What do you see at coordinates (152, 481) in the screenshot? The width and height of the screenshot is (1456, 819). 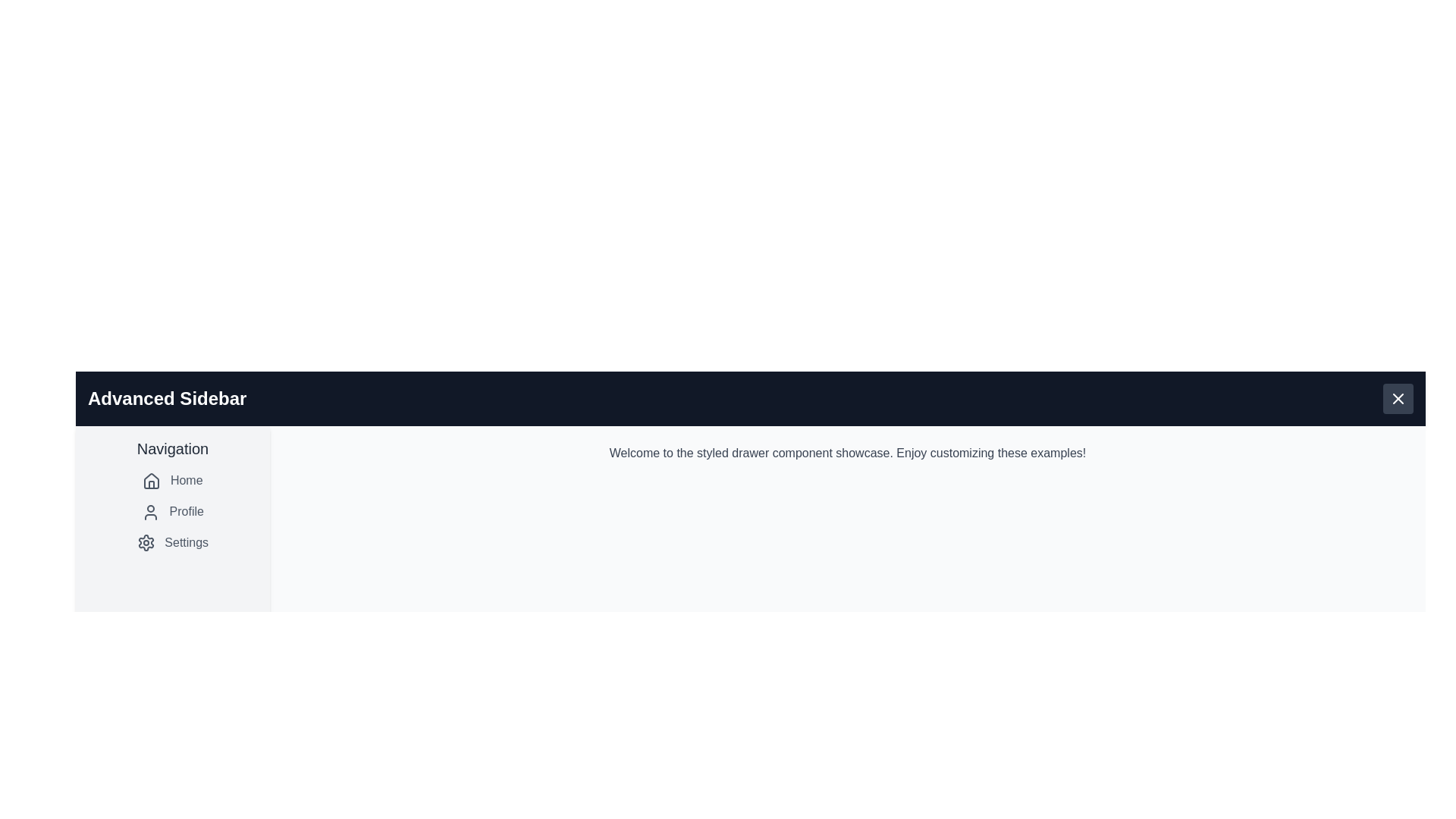 I see `the 'Home' menu icon located in the navigation menu` at bounding box center [152, 481].